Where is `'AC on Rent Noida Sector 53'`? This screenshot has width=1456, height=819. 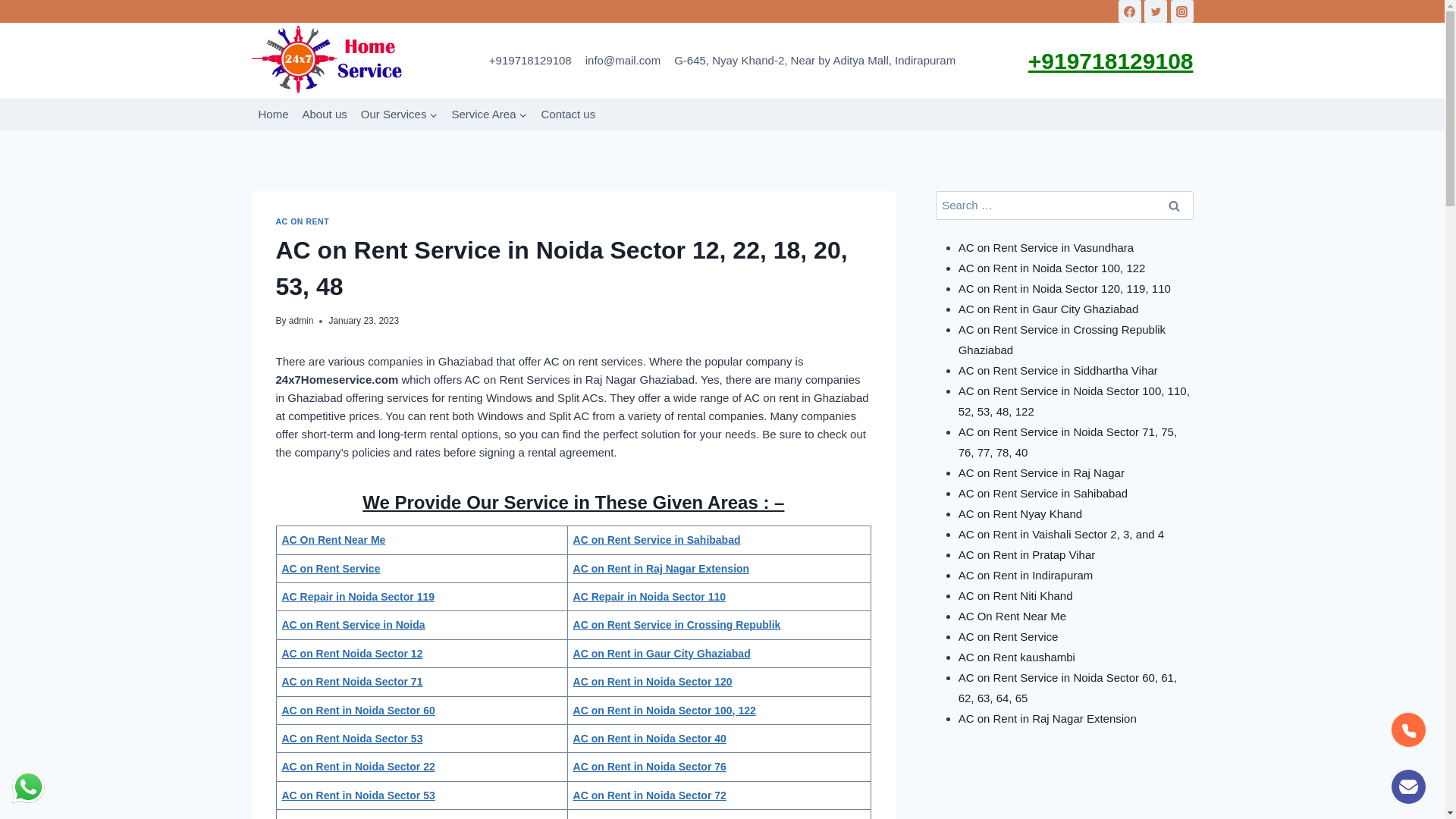 'AC on Rent Noida Sector 53' is located at coordinates (352, 738).